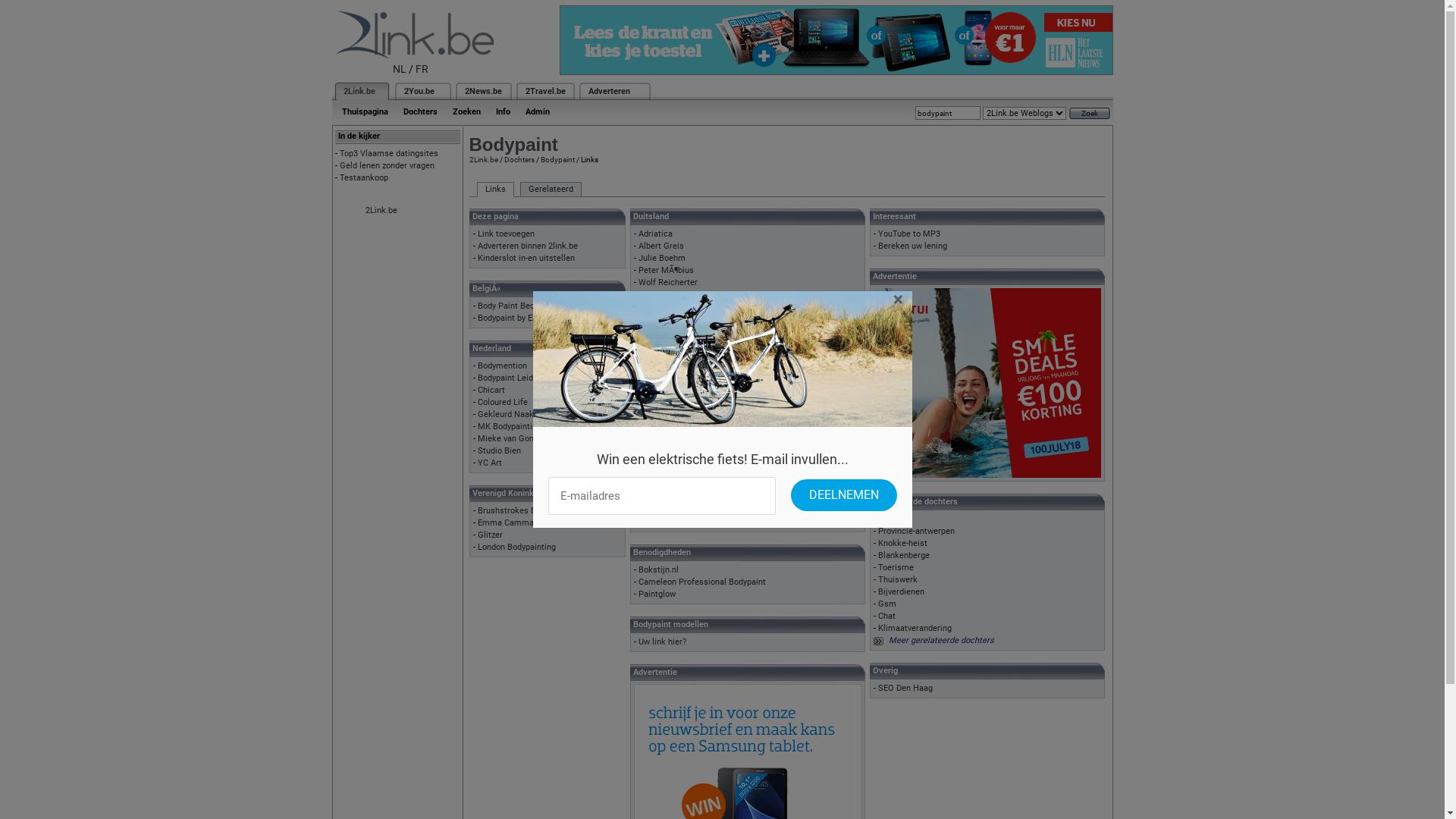  What do you see at coordinates (638, 570) in the screenshot?
I see `'Bokstijn.nl'` at bounding box center [638, 570].